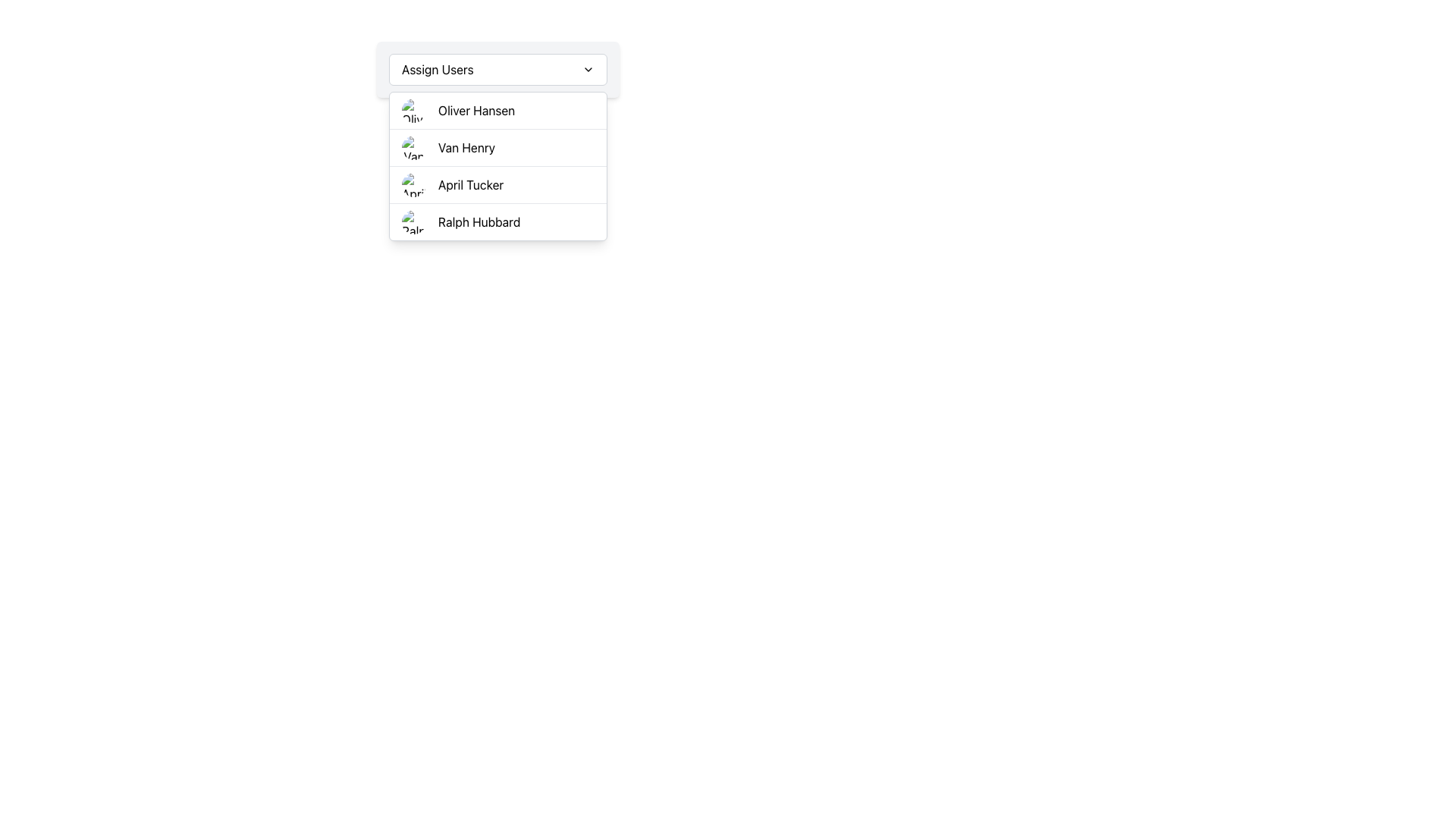 This screenshot has height=819, width=1456. I want to click on the image representing user 'April Tucker', so click(414, 184).